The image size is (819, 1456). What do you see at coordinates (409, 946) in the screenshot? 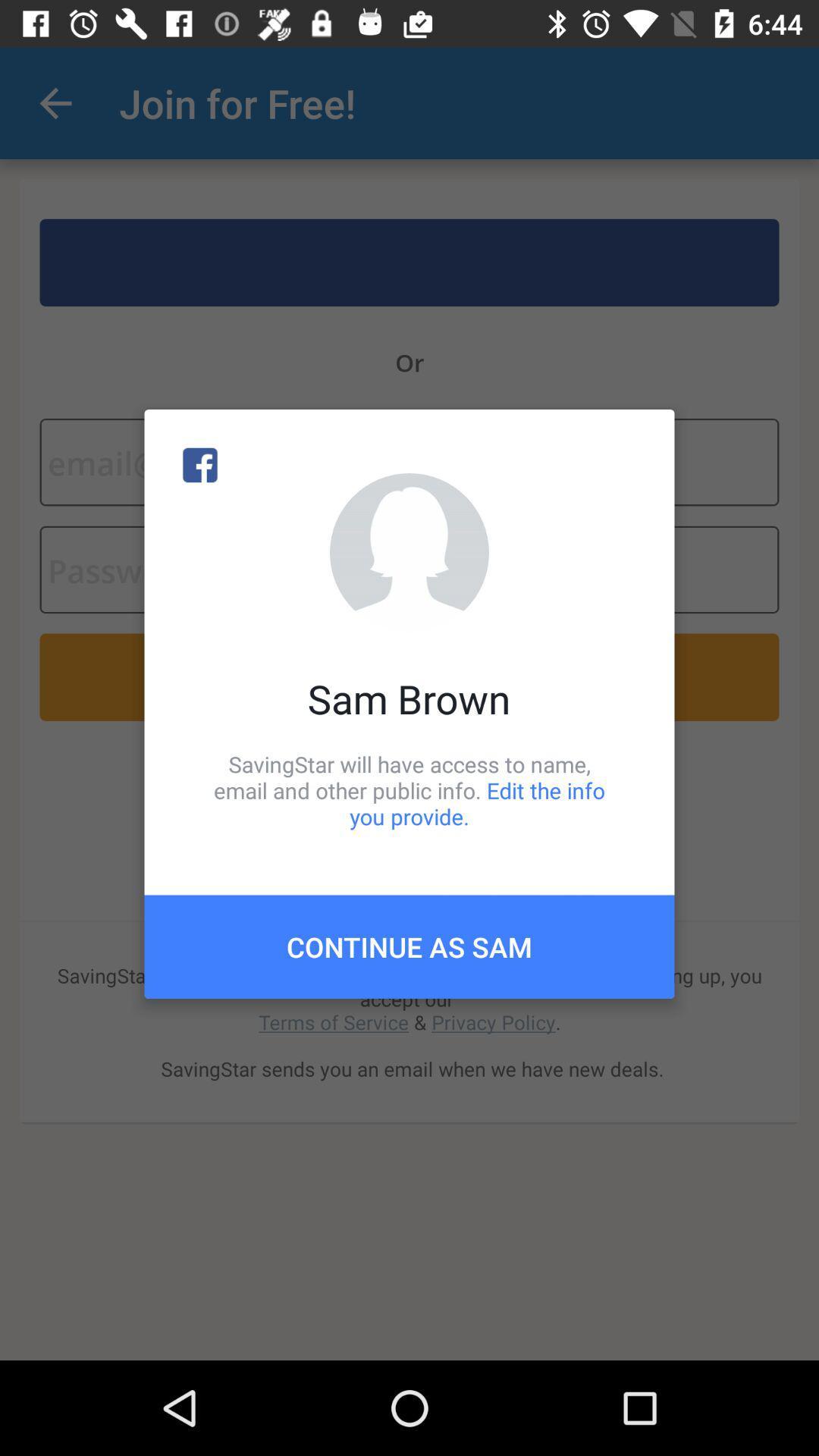
I see `continue as sam item` at bounding box center [409, 946].